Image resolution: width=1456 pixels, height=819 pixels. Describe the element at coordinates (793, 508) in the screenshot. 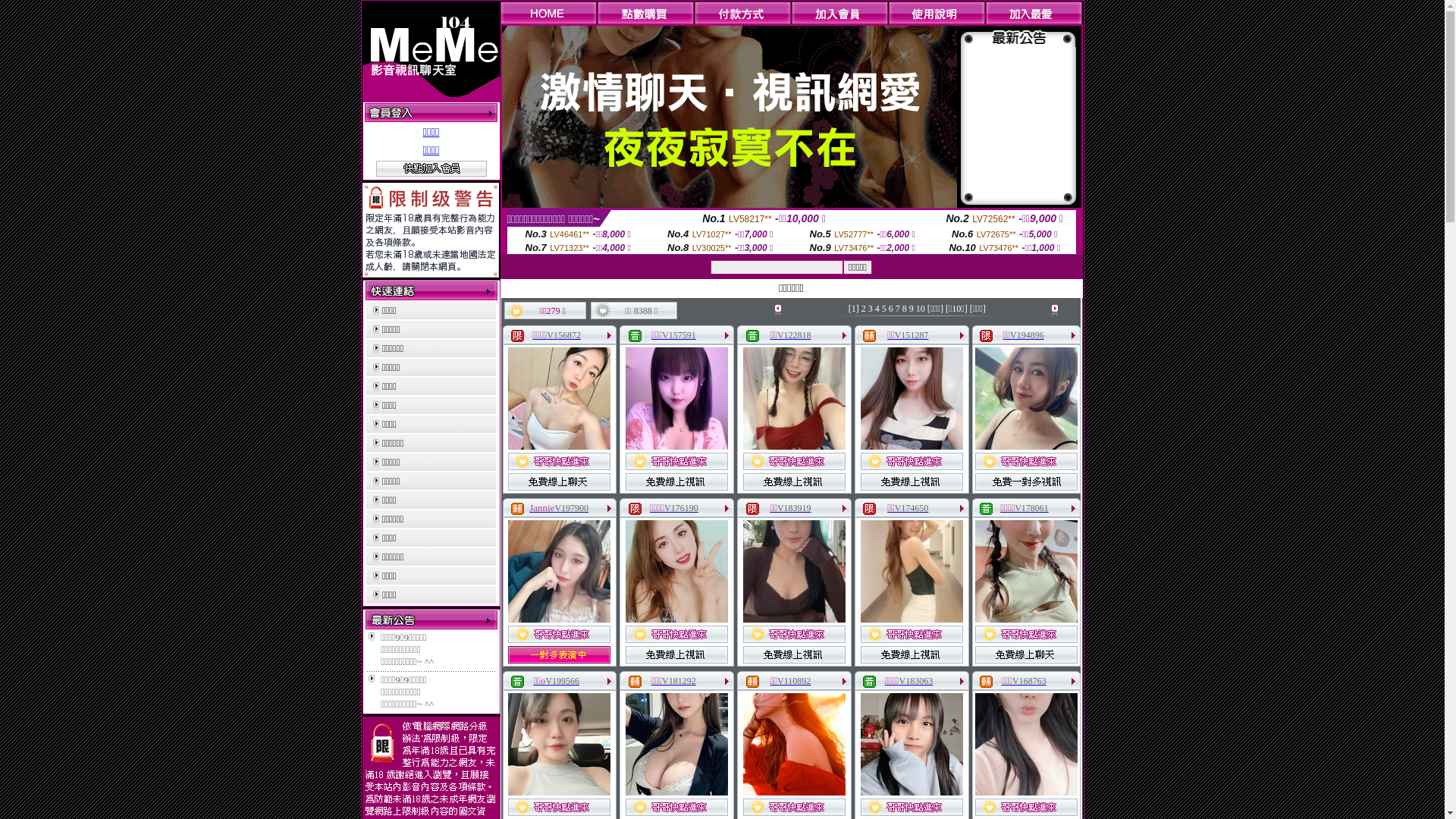

I see `'V183919'` at that location.